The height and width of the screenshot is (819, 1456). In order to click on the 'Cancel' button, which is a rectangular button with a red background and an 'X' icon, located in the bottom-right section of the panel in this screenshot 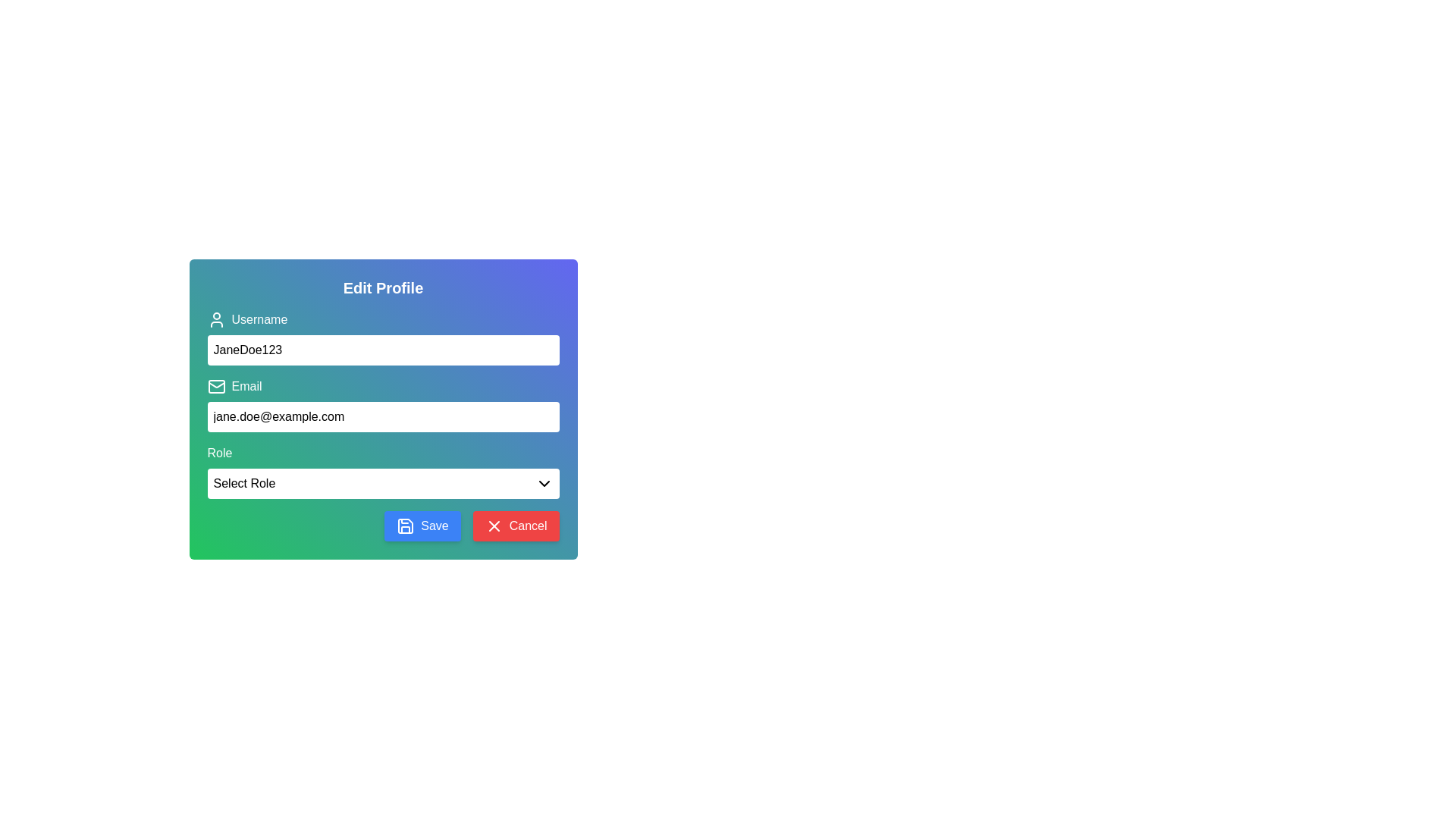, I will do `click(516, 526)`.